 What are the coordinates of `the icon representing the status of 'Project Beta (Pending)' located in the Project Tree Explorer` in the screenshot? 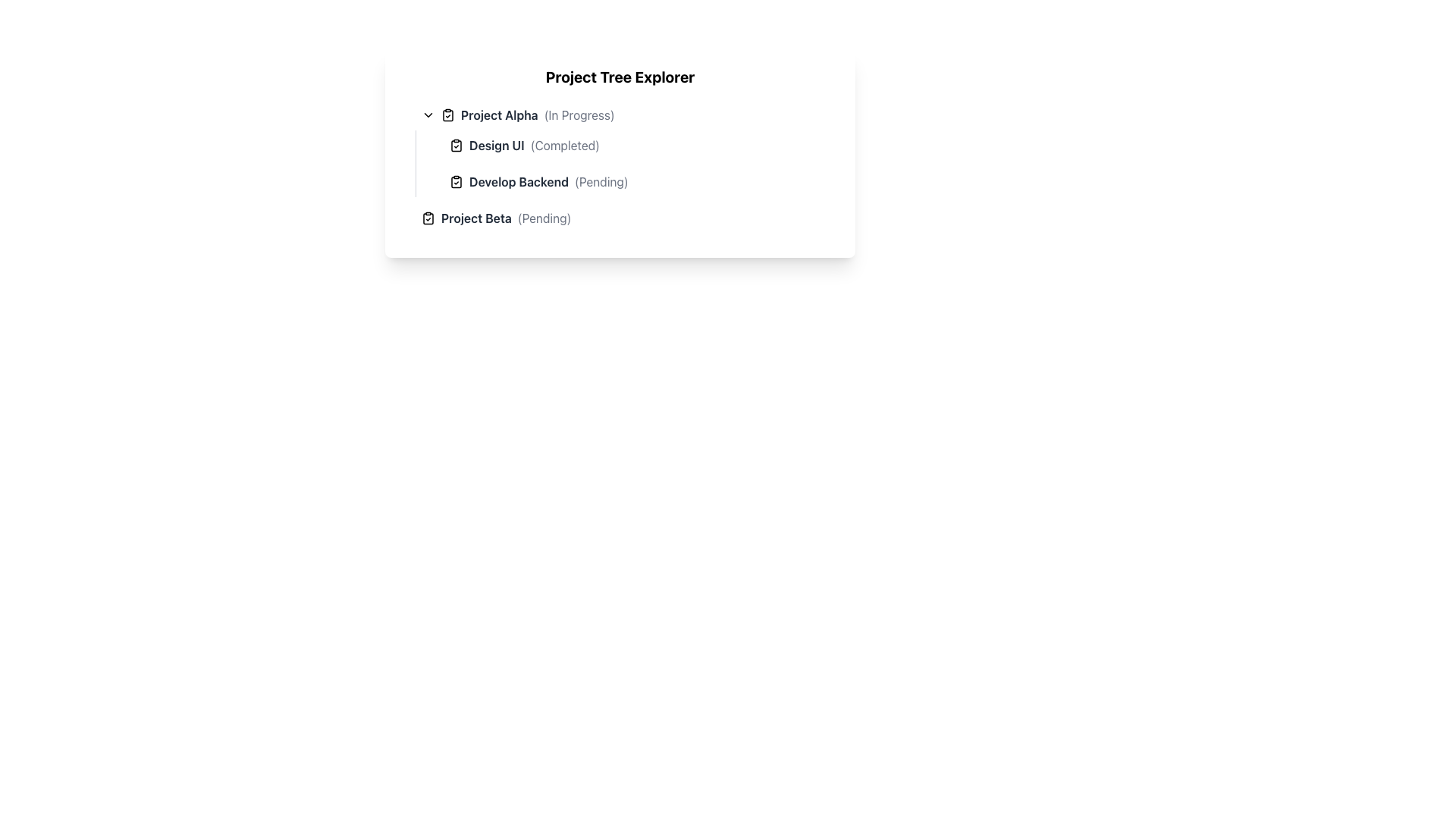 It's located at (428, 218).